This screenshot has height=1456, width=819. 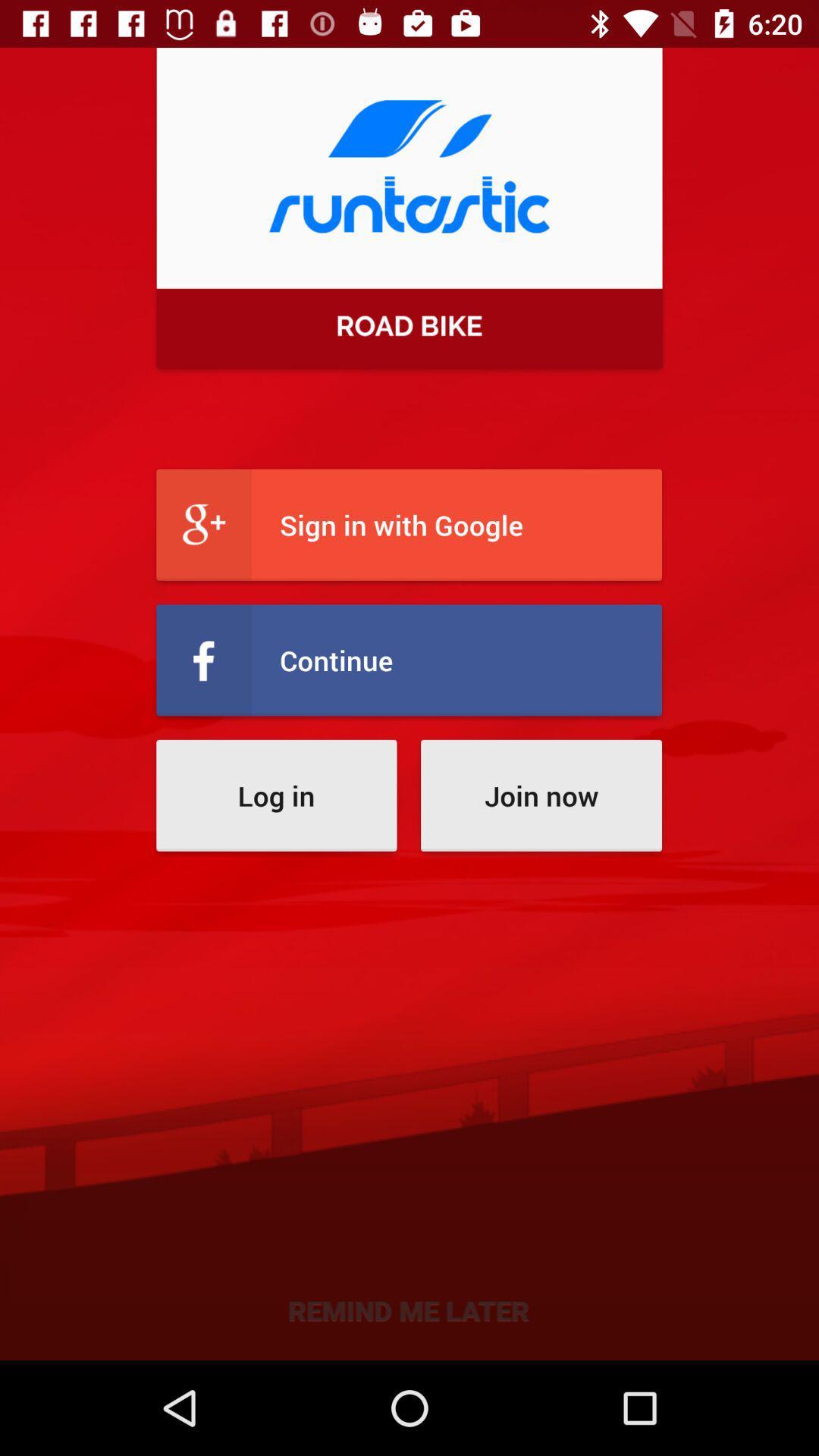 I want to click on the icon next to the log in icon, so click(x=540, y=795).